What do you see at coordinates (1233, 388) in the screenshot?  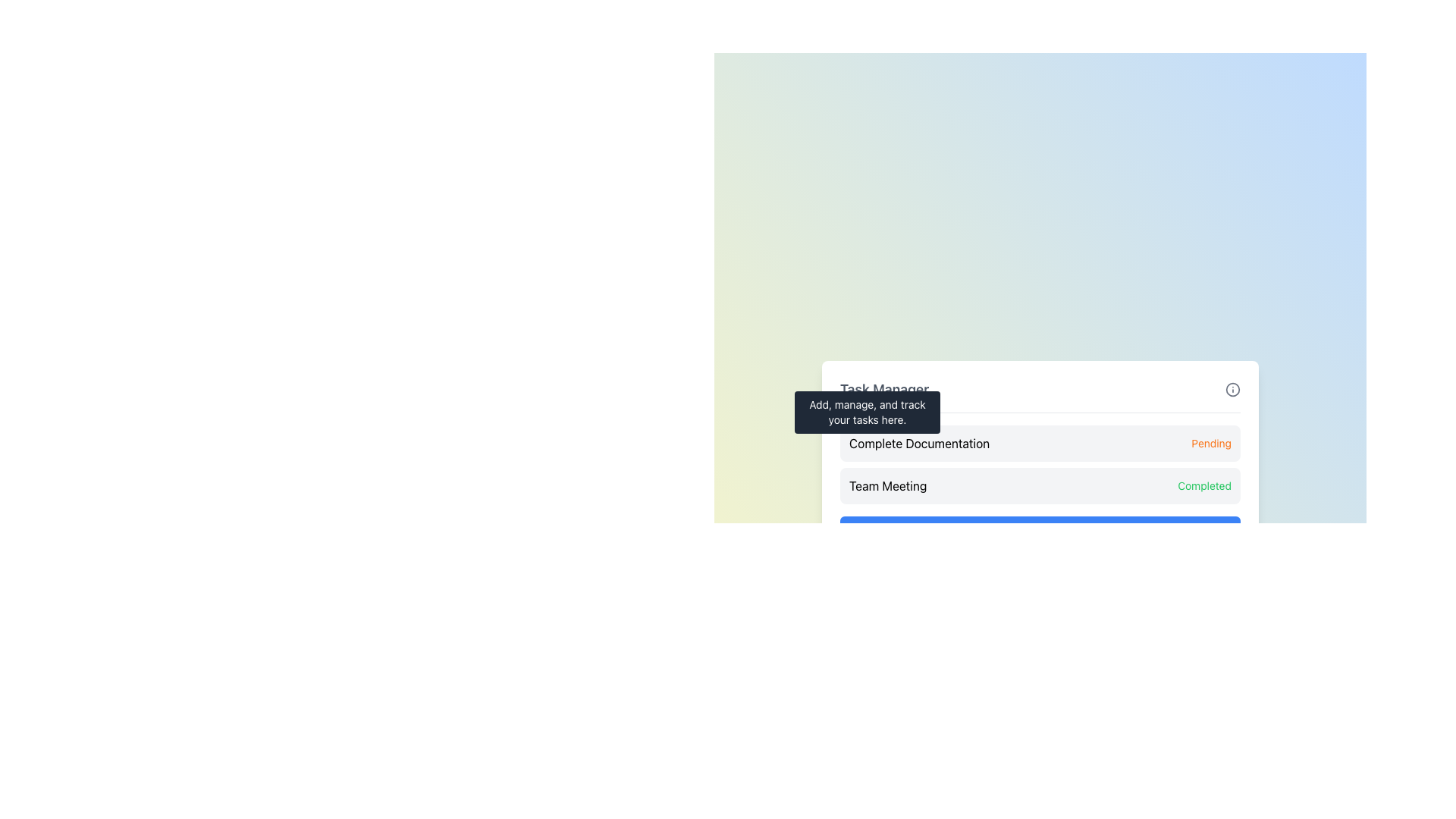 I see `the information icon located in the top-right corner of the 'Task Manager' panel` at bounding box center [1233, 388].